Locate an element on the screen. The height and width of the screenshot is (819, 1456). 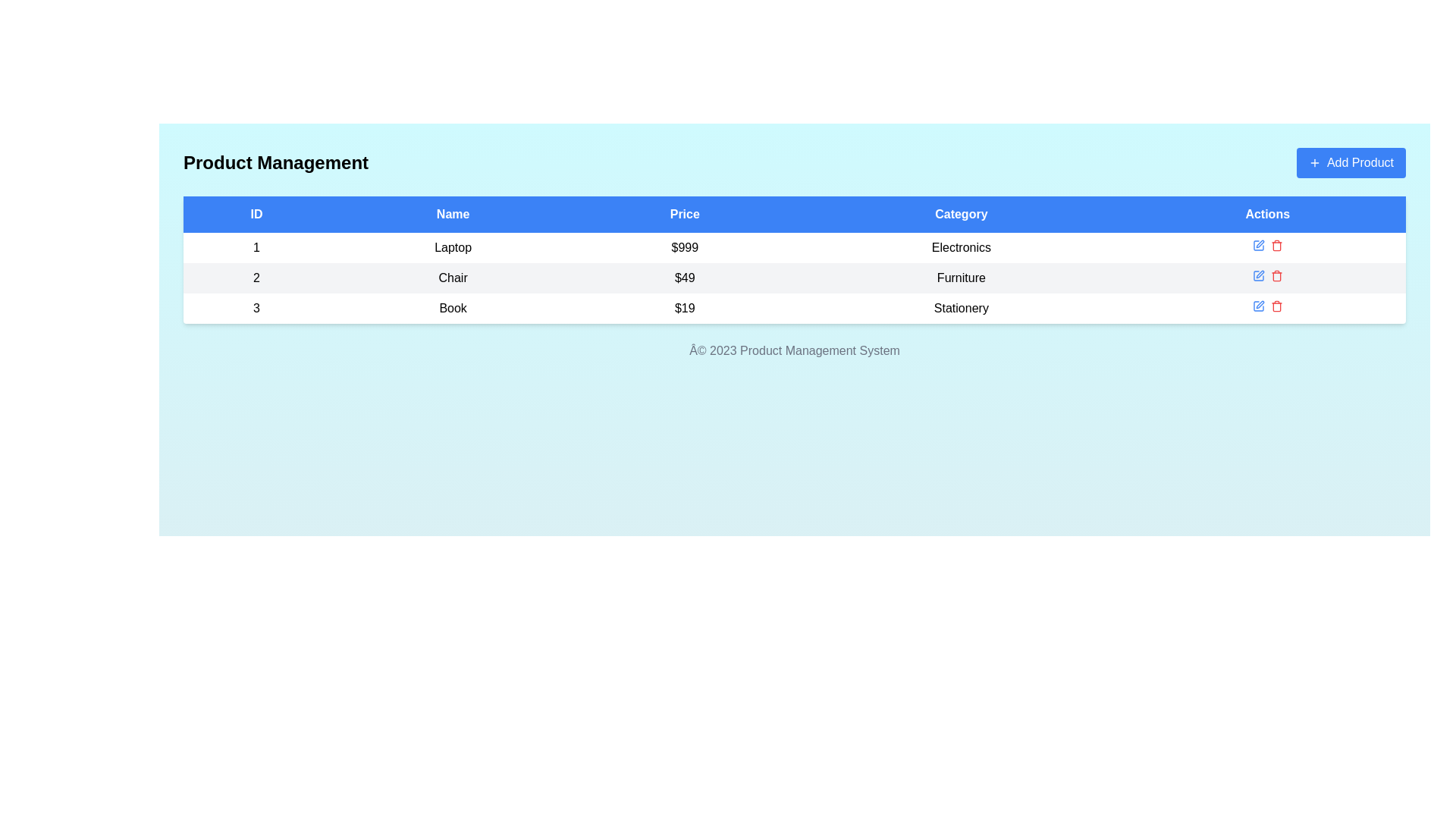
the Action Buttons Group in the rightmost cell of the third row of the table is located at coordinates (1267, 308).